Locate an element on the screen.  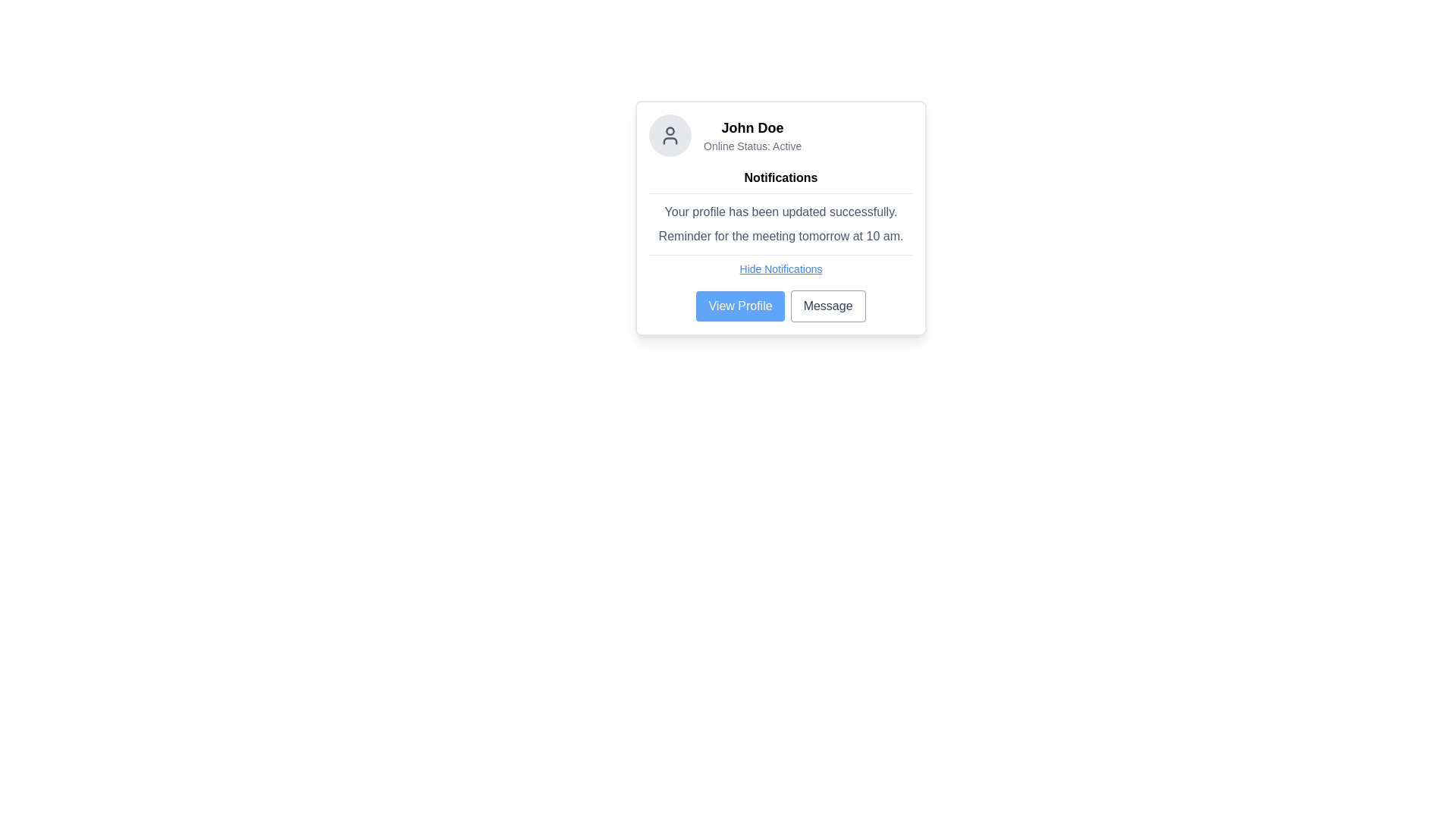
the non-interactive text display in the notification panel that informs the user about updates or reminders, located beneath the title 'Notifications' and above the link 'Hide Notifications' is located at coordinates (781, 224).